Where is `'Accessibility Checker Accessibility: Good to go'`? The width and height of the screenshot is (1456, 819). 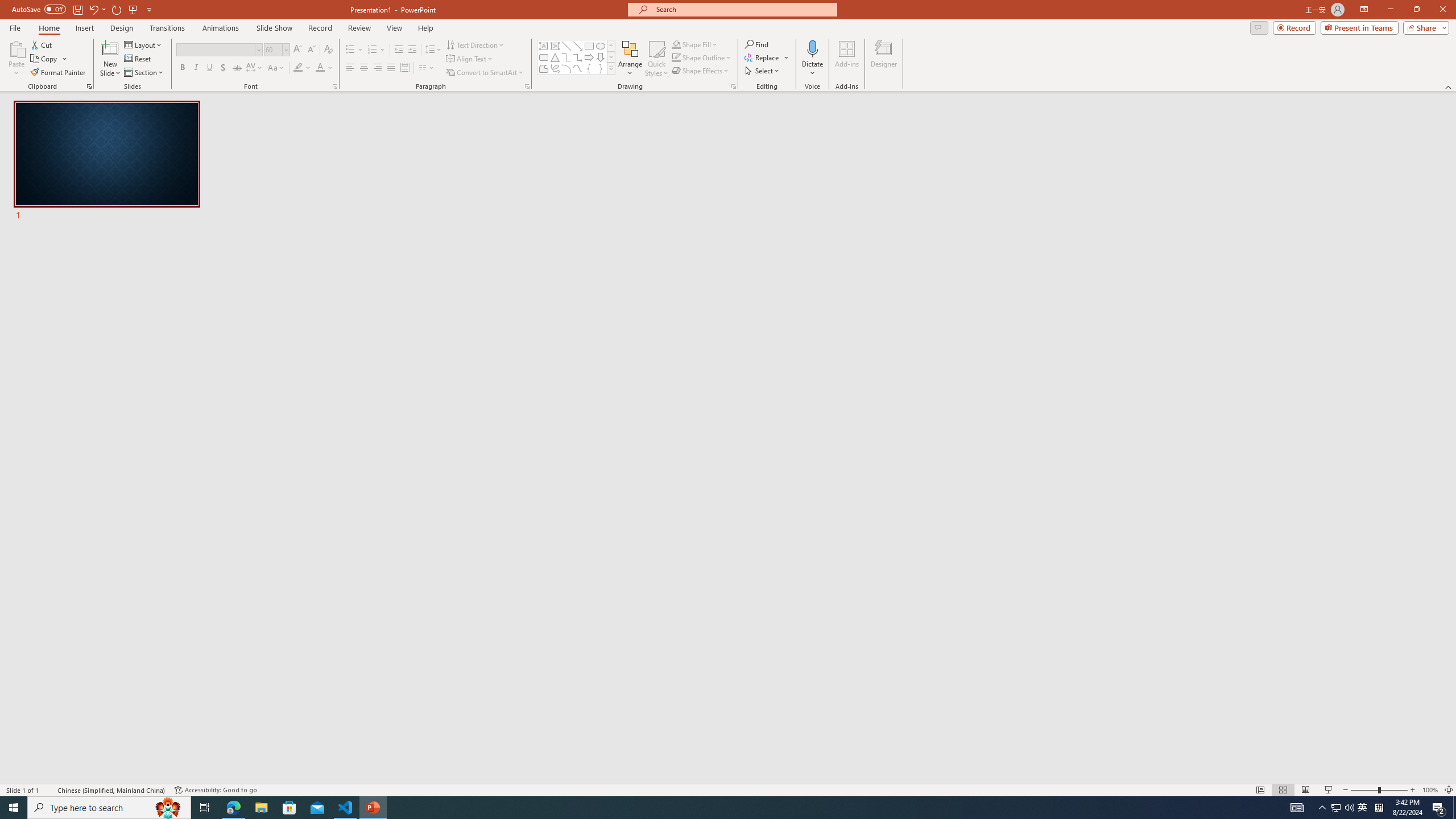 'Accessibility Checker Accessibility: Good to go' is located at coordinates (216, 790).